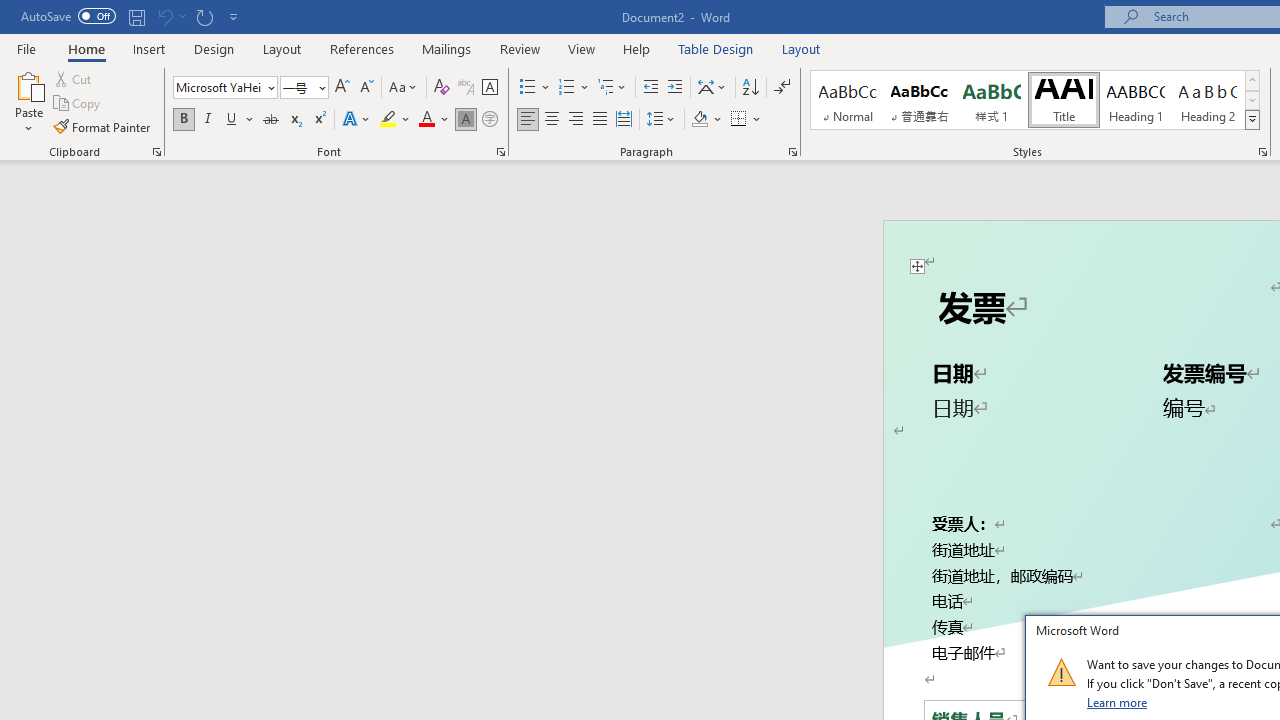 The height and width of the screenshot is (720, 1280). I want to click on 'AutomationID: QuickStylesGallery', so click(1036, 100).